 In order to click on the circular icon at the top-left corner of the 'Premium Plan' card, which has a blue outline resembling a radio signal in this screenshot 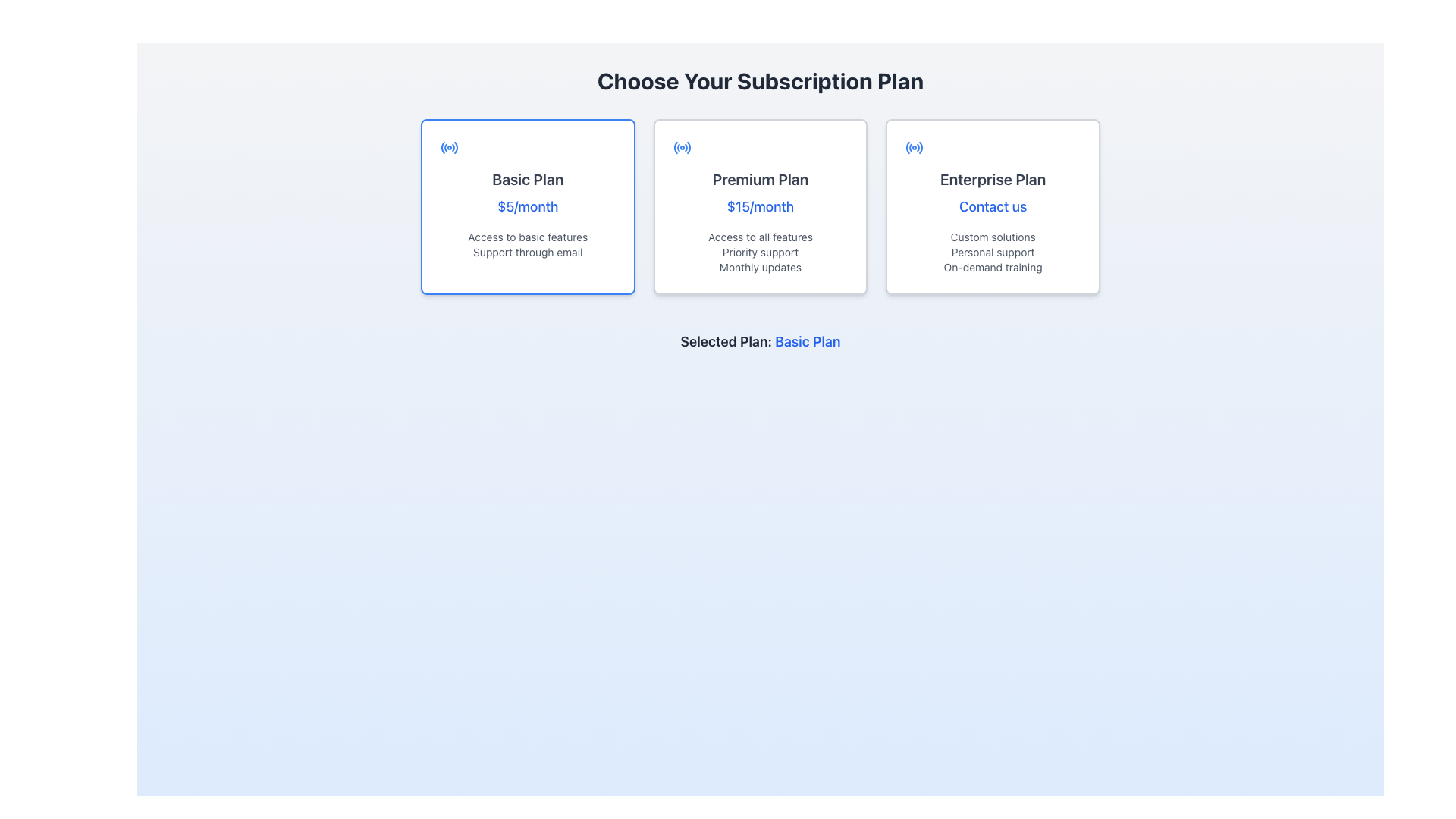, I will do `click(681, 148)`.